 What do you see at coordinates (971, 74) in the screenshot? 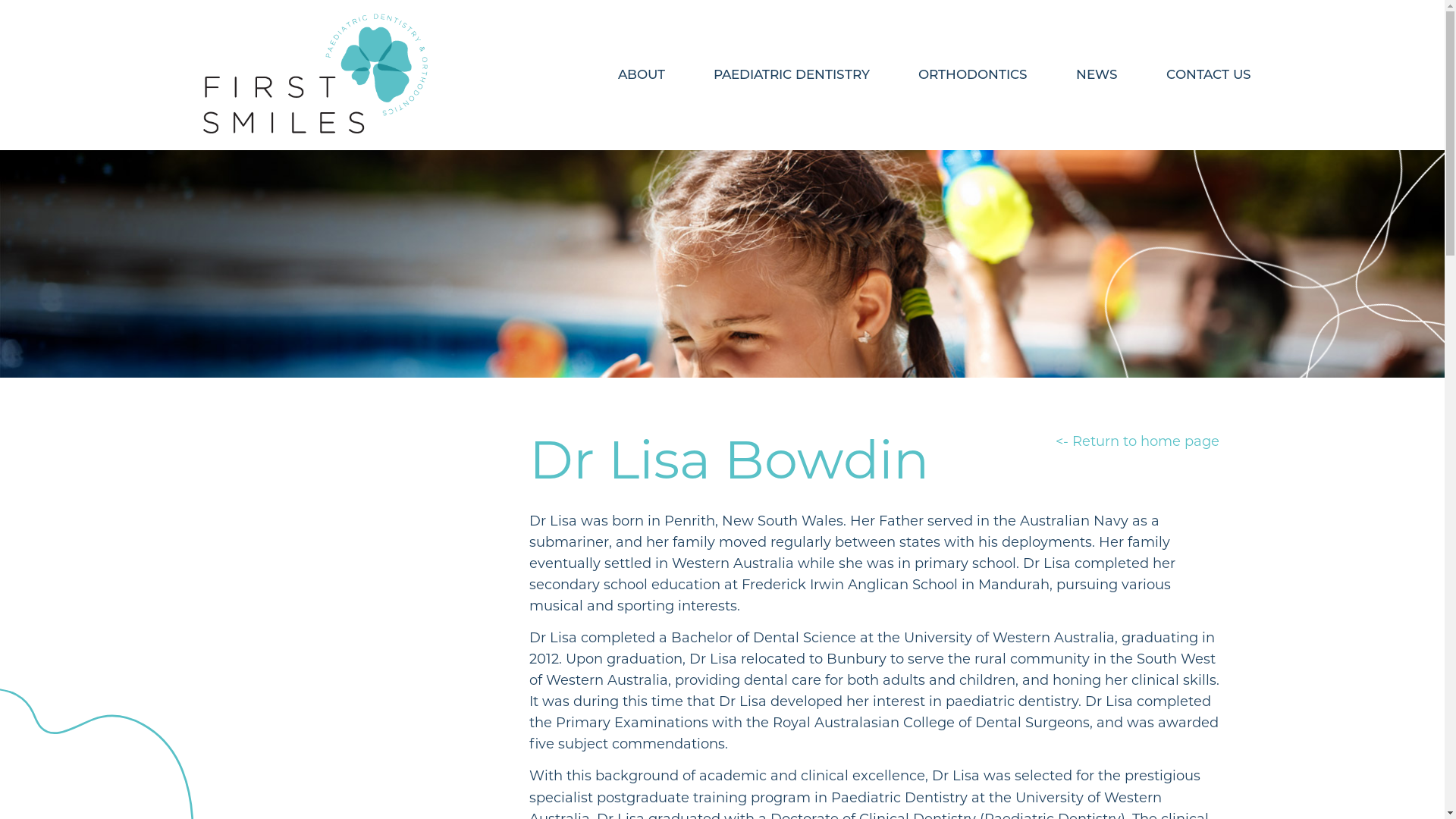
I see `'ORTHODONTICS'` at bounding box center [971, 74].